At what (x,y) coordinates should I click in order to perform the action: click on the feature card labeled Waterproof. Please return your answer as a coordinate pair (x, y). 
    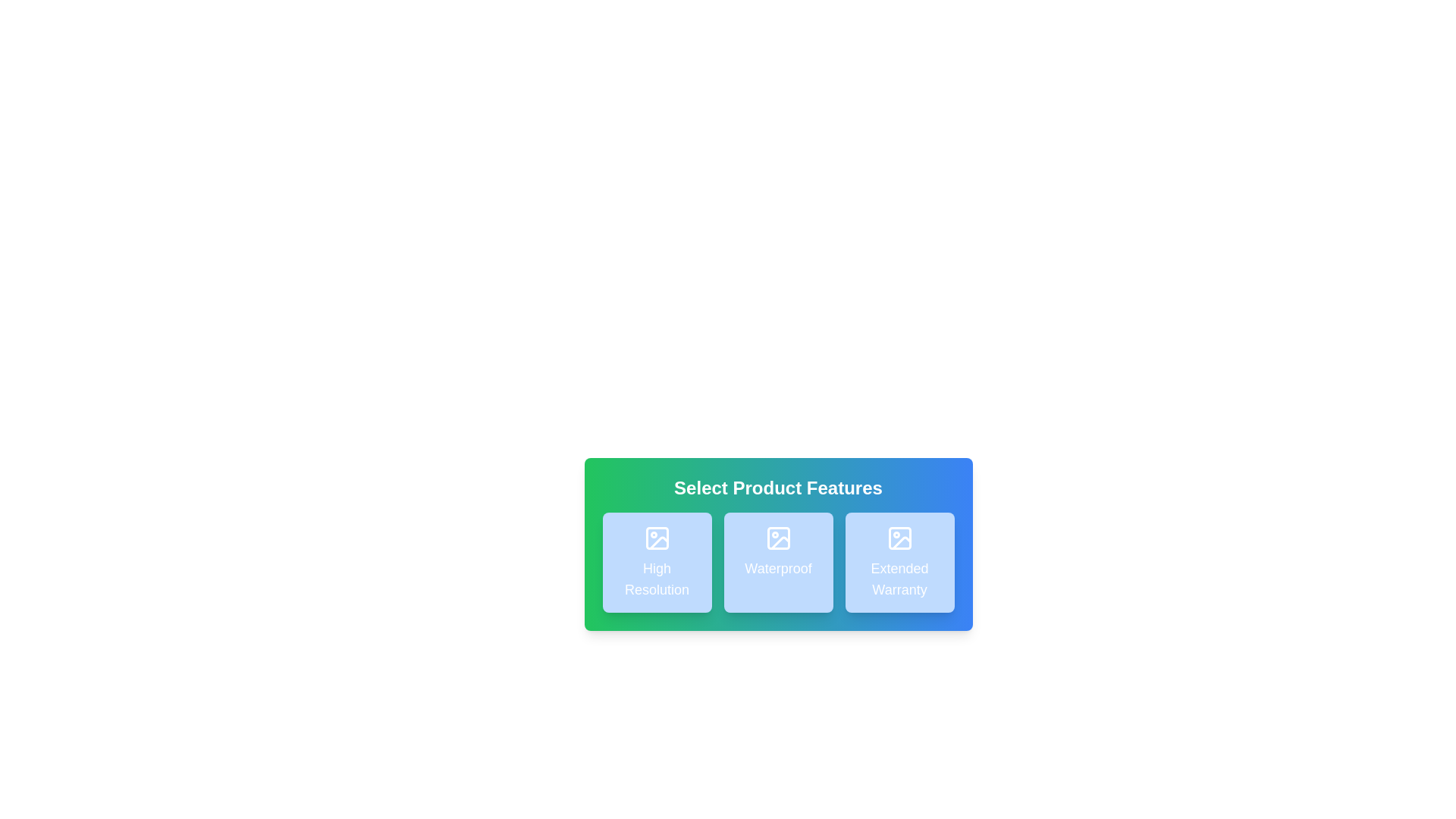
    Looking at the image, I should click on (778, 562).